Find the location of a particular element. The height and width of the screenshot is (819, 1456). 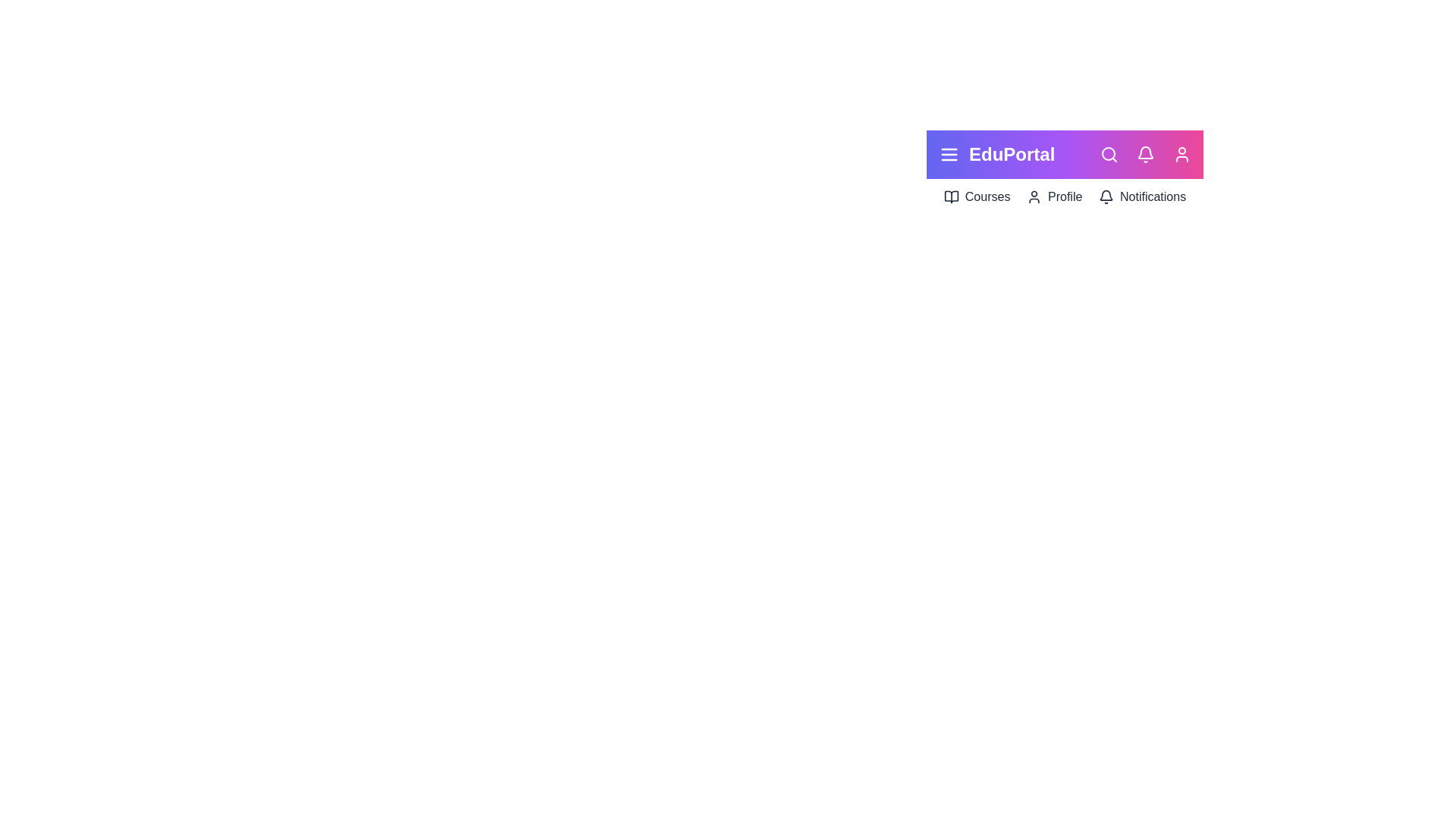

the menu item Notifications to navigate to the respective section is located at coordinates (1142, 196).